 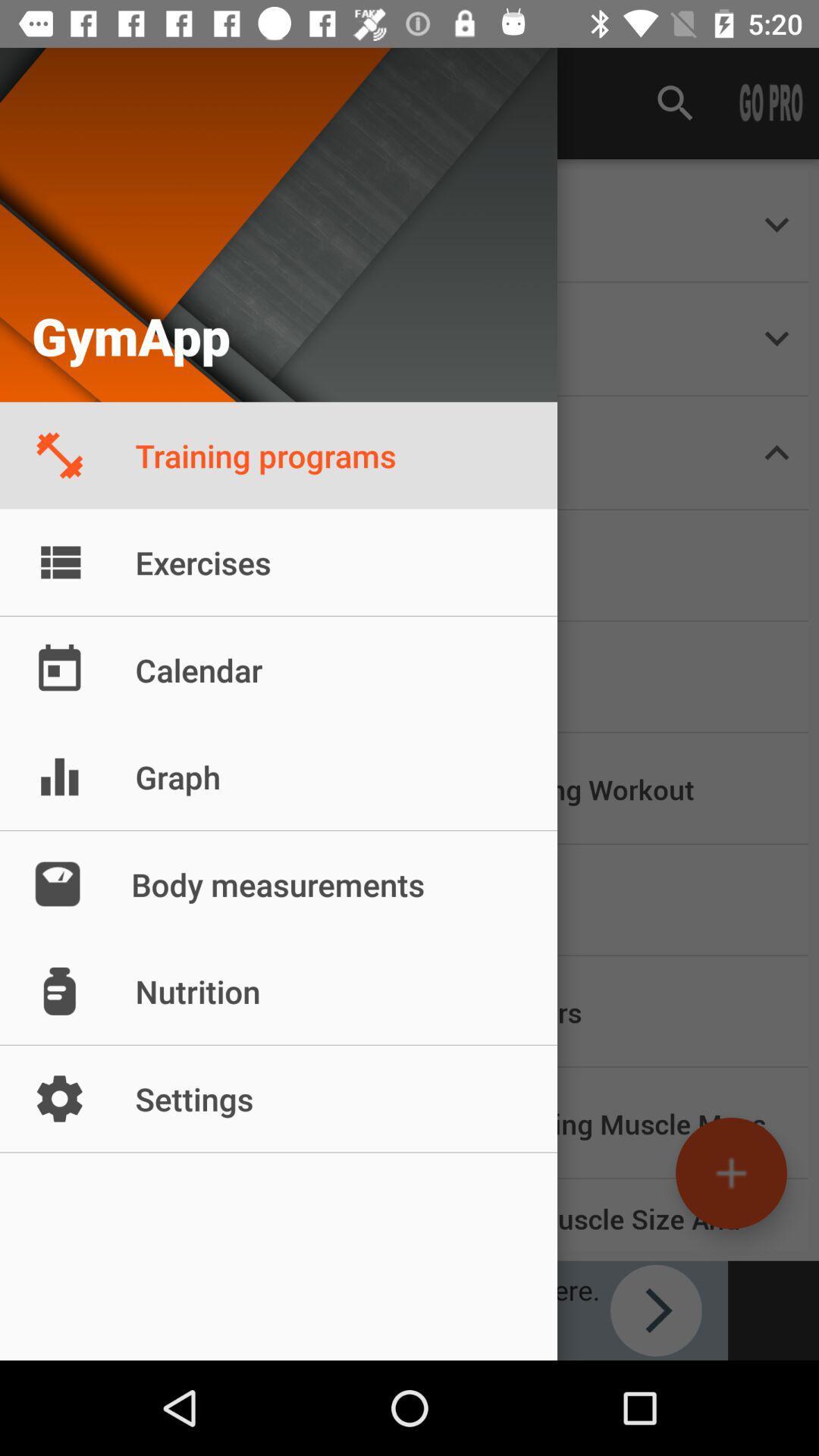 I want to click on search icon which is at the top of the page, so click(x=675, y=103).